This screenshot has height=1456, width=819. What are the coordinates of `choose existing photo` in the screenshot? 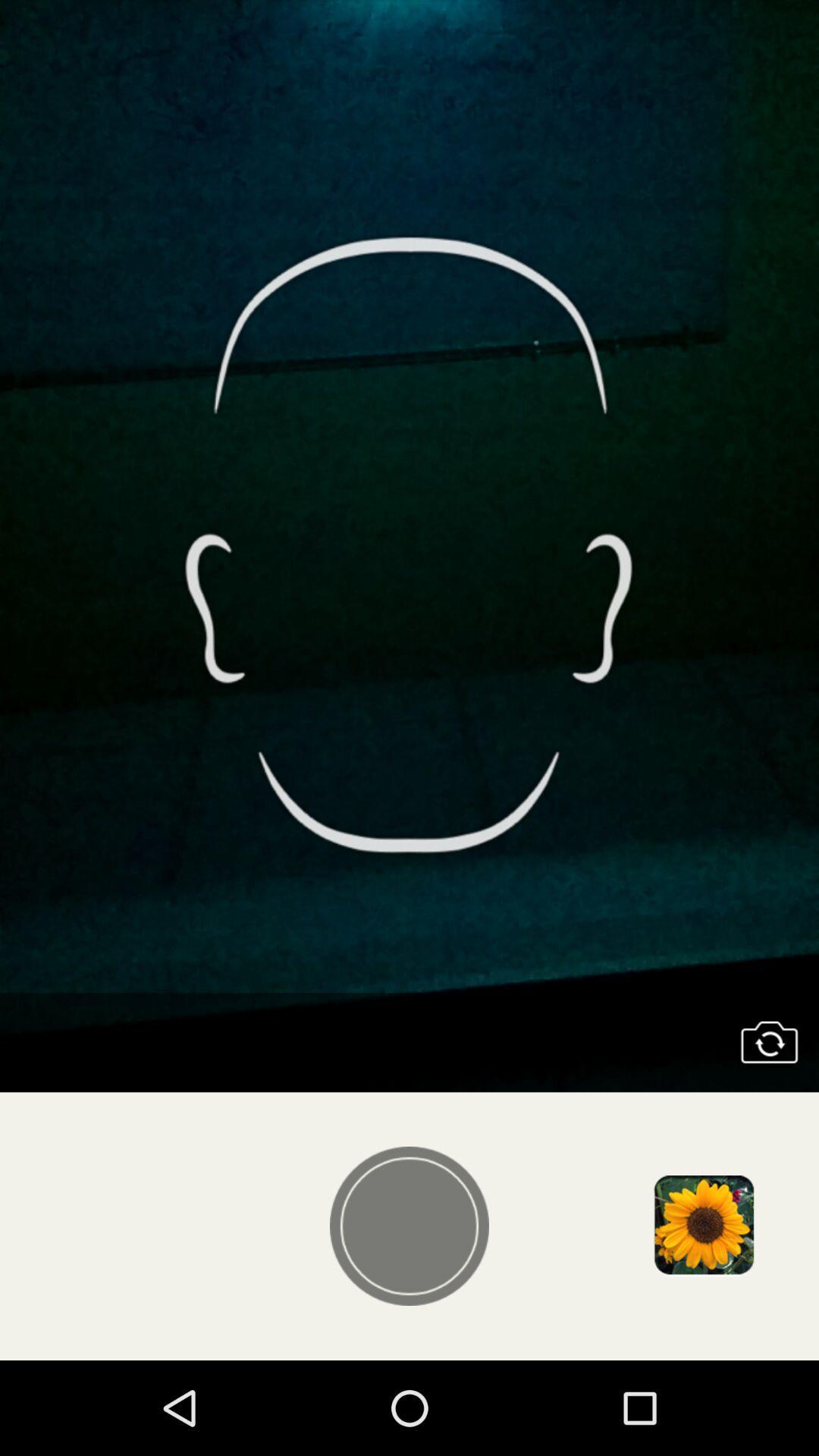 It's located at (703, 1226).